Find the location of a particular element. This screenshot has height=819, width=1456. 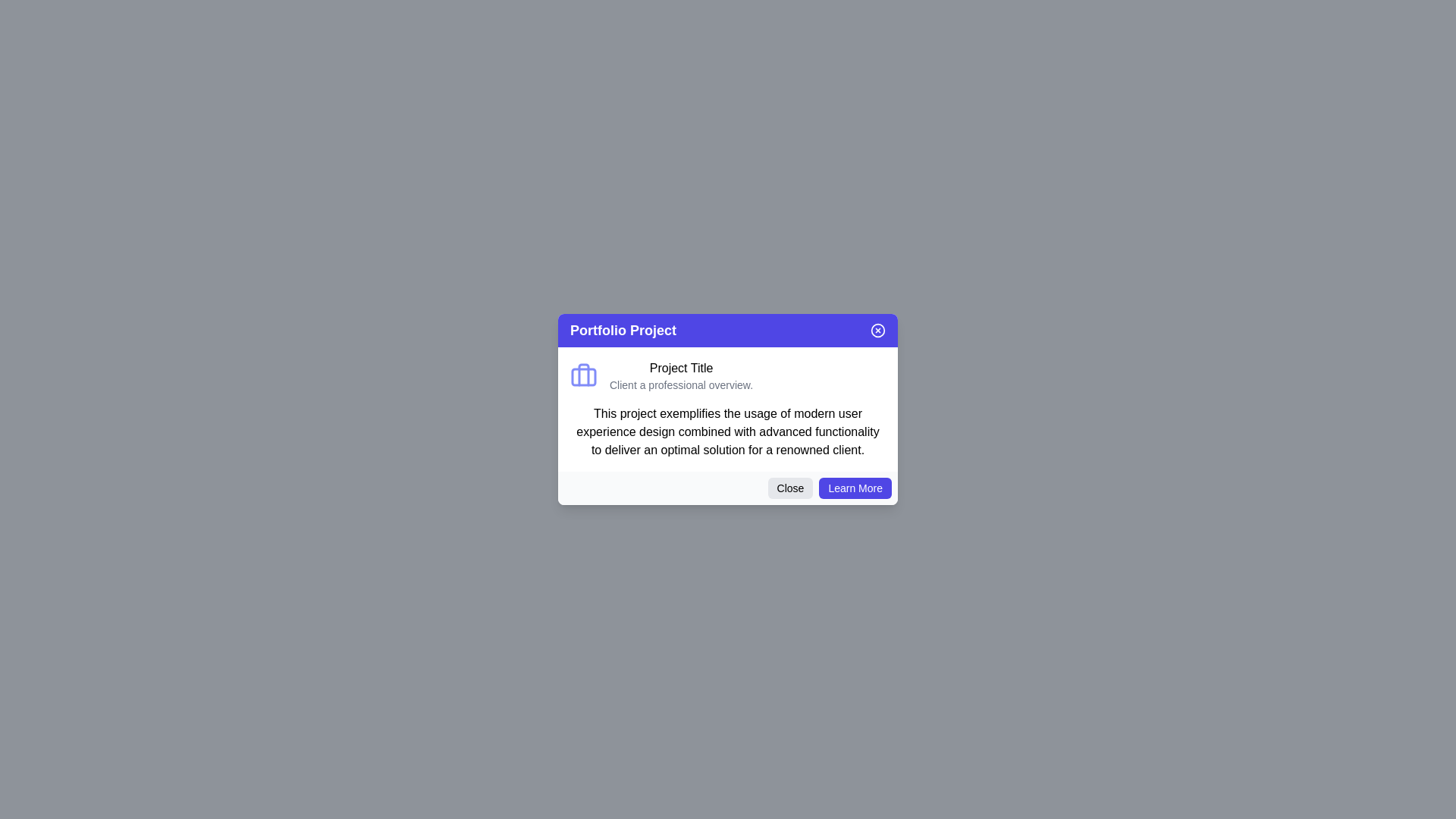

the indigo briefcase icon located on the left side of the 'Project Title' text is located at coordinates (582, 375).